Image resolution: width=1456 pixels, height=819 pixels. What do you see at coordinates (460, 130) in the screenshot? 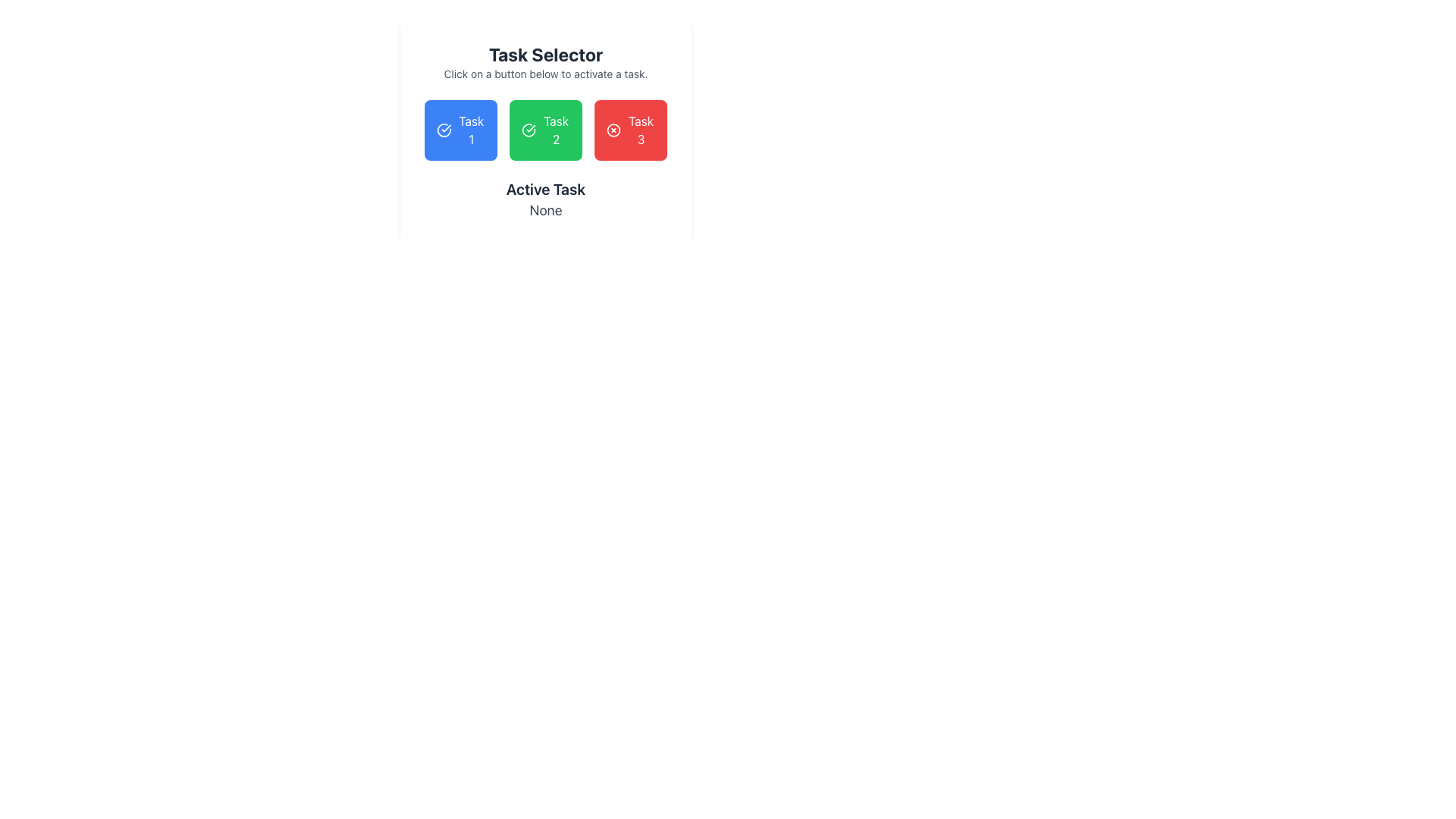
I see `the first button labeled 'Task 1'` at bounding box center [460, 130].